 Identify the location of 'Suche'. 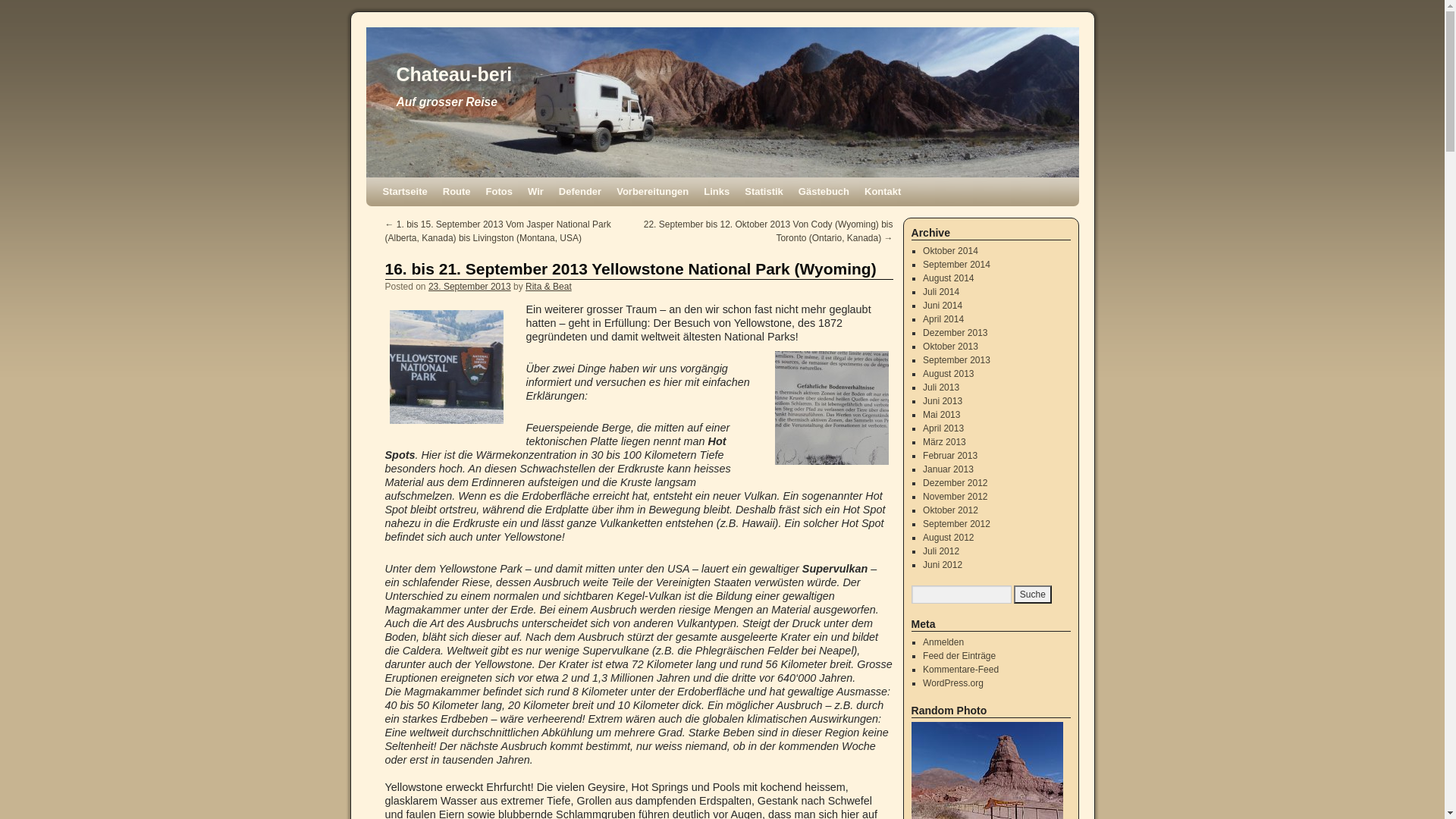
(1032, 593).